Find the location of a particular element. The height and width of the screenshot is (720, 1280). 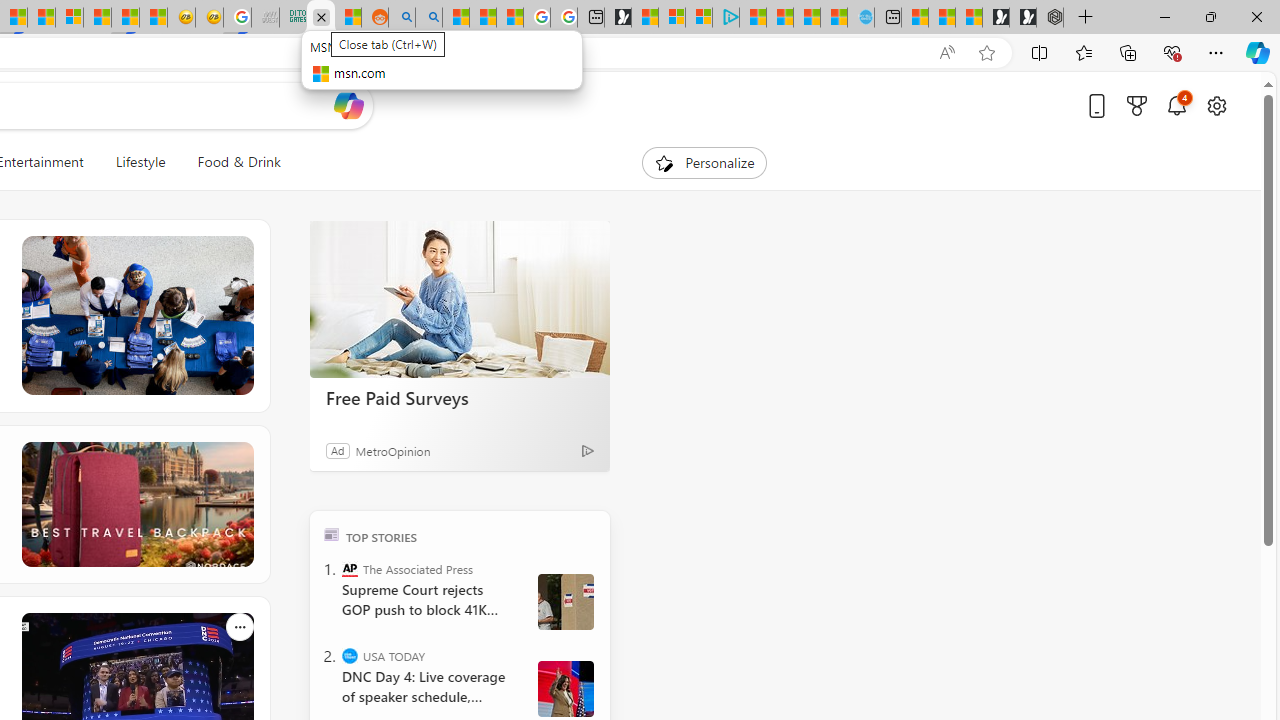

'Lifestyle' is located at coordinates (139, 162).